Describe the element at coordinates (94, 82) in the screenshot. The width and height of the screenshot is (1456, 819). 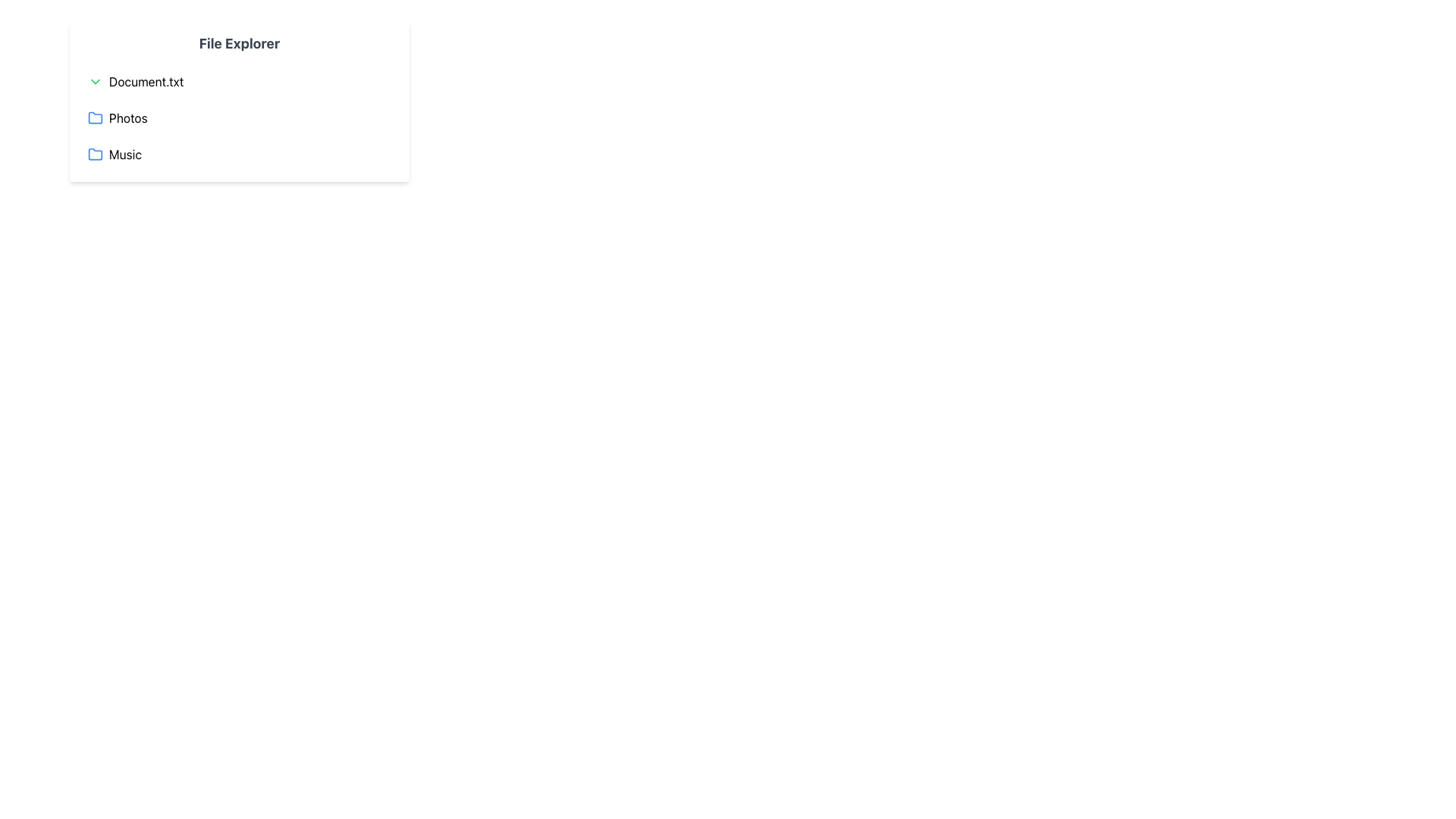
I see `the Chevron Icon located on the left side of 'Document.txt'` at that location.